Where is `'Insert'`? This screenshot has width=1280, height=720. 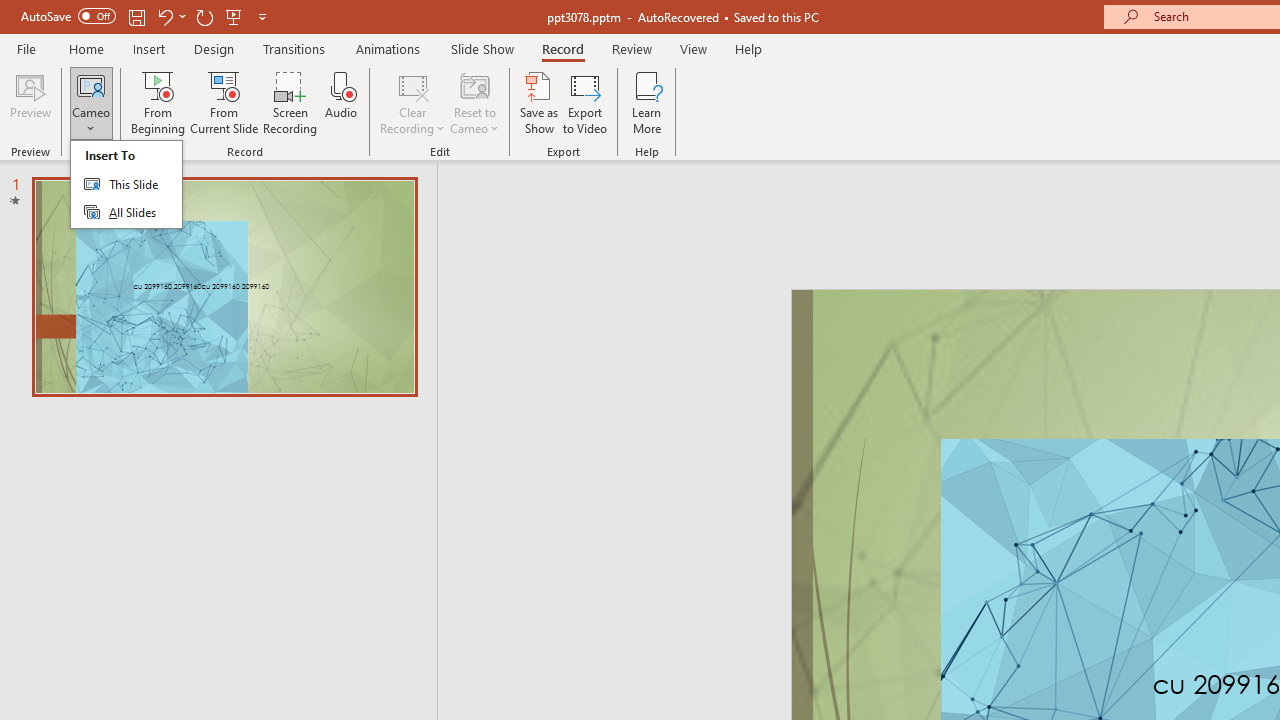
'Insert' is located at coordinates (148, 48).